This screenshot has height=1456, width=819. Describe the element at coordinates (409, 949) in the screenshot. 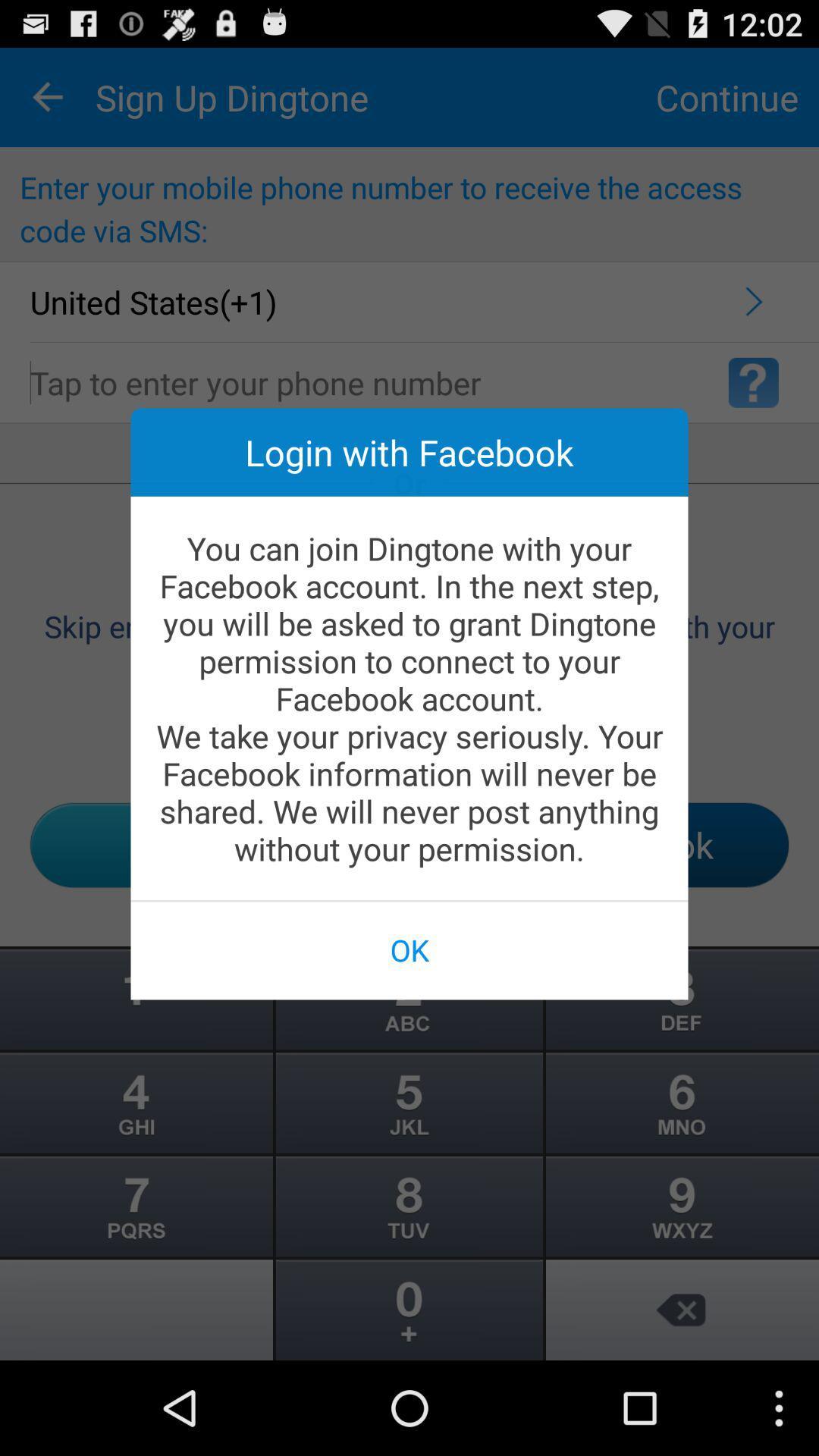

I see `ok icon` at that location.